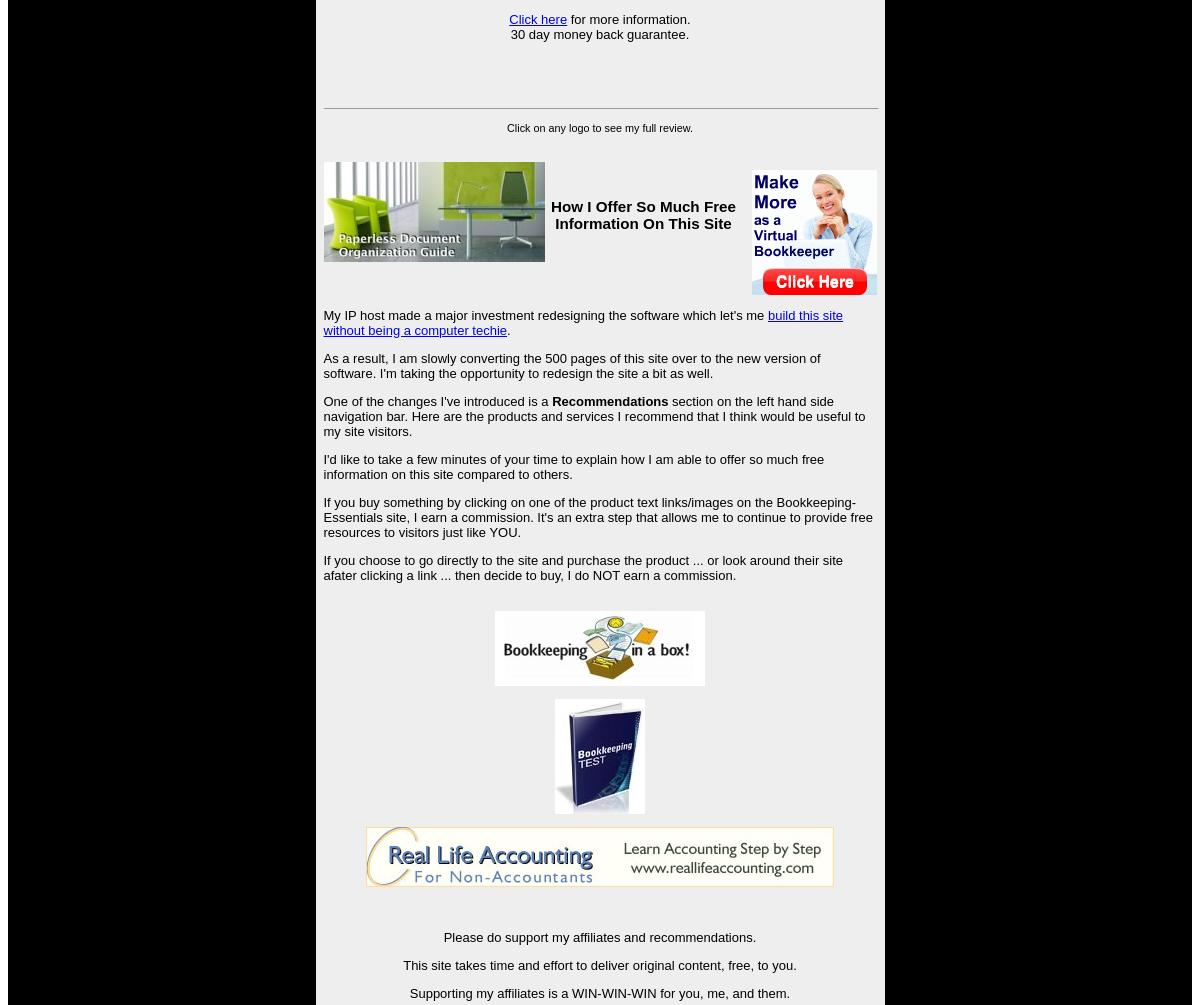 The height and width of the screenshot is (1005, 1200). Describe the element at coordinates (593, 415) in the screenshot. I see `'section on the left hand side navigation bar. Here are the products and services I recommend that I think would be useful to my site visitors.'` at that location.